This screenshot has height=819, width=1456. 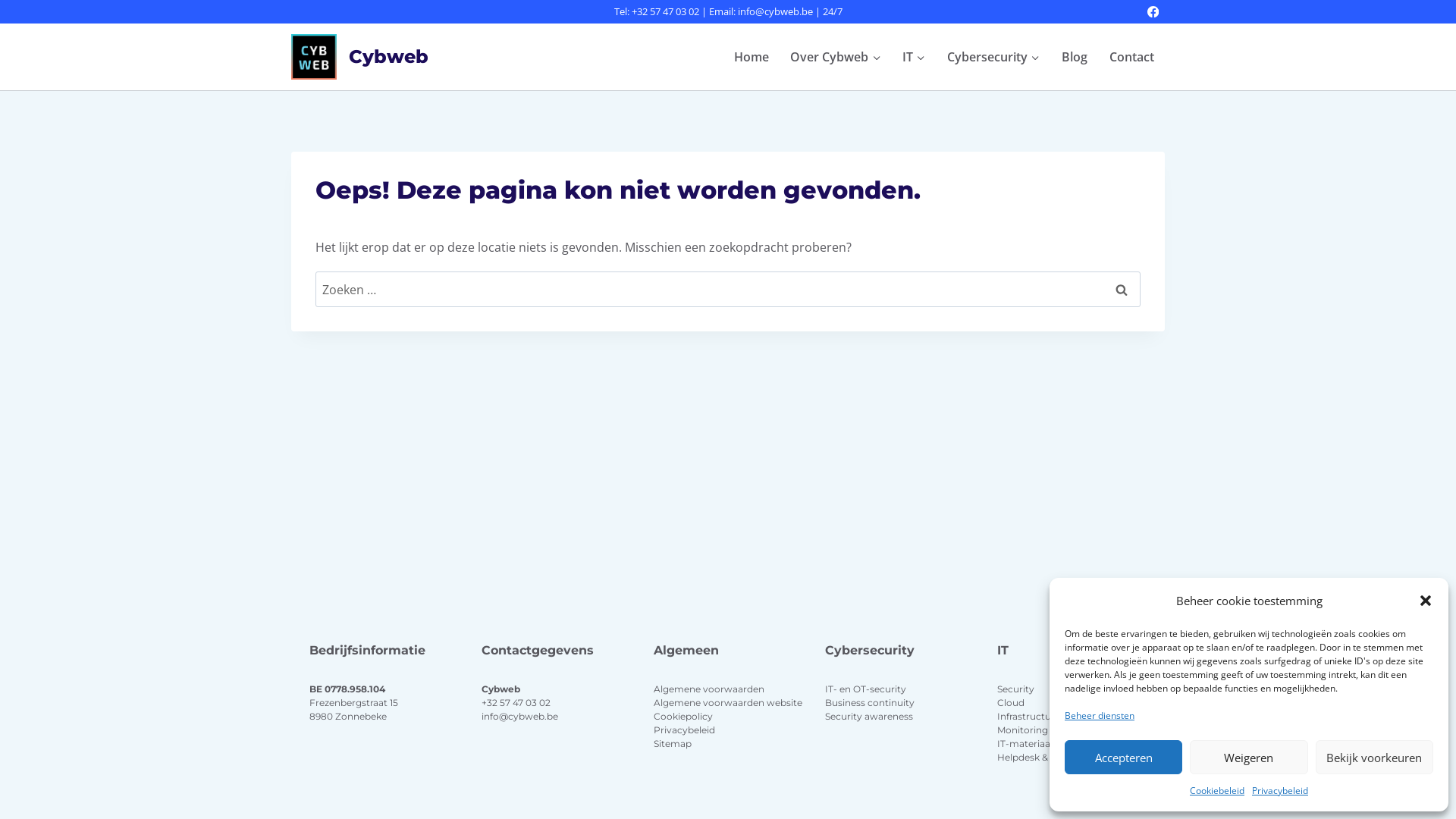 What do you see at coordinates (708, 689) in the screenshot?
I see `'Algemene voorwaarden'` at bounding box center [708, 689].